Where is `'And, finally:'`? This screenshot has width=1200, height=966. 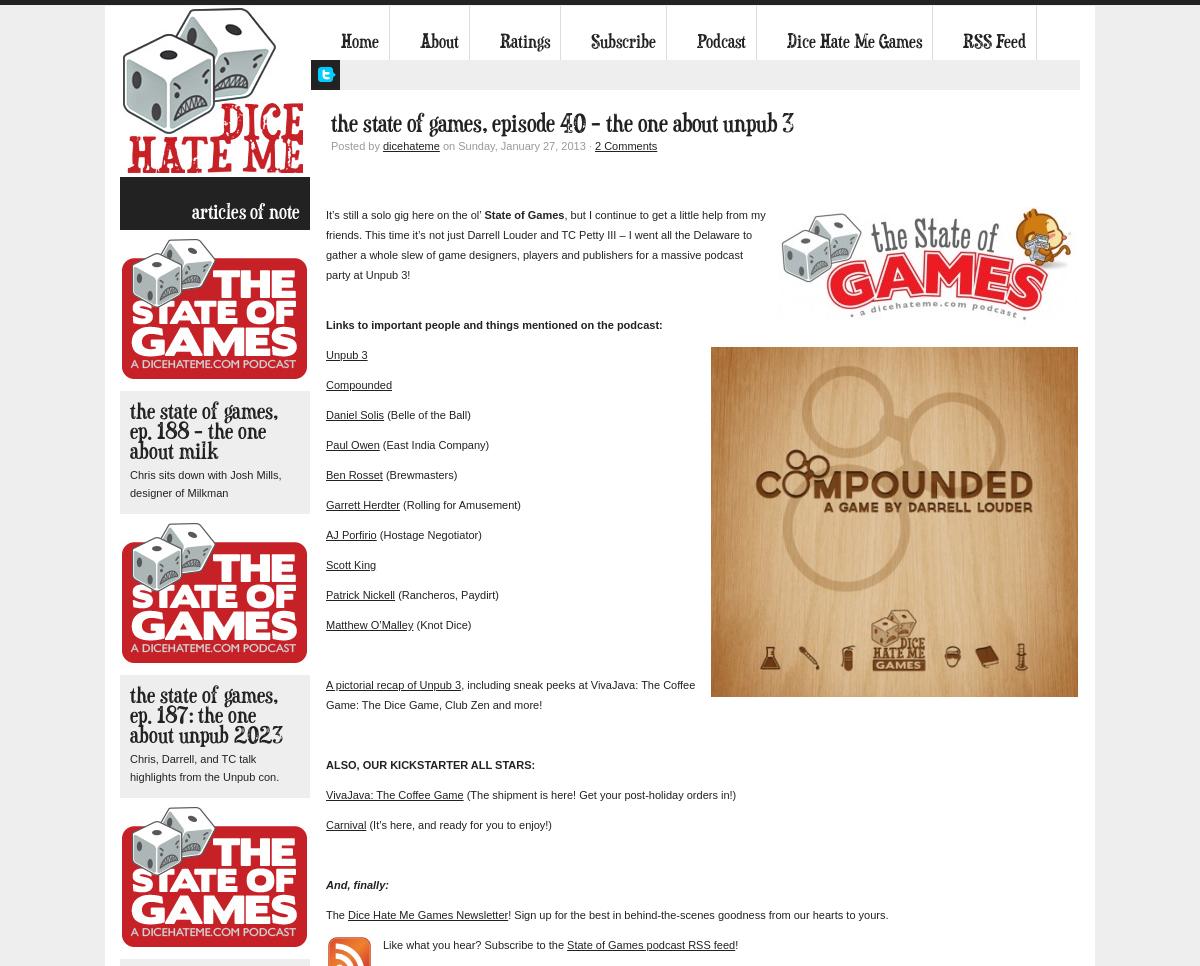 'And, finally:' is located at coordinates (357, 884).